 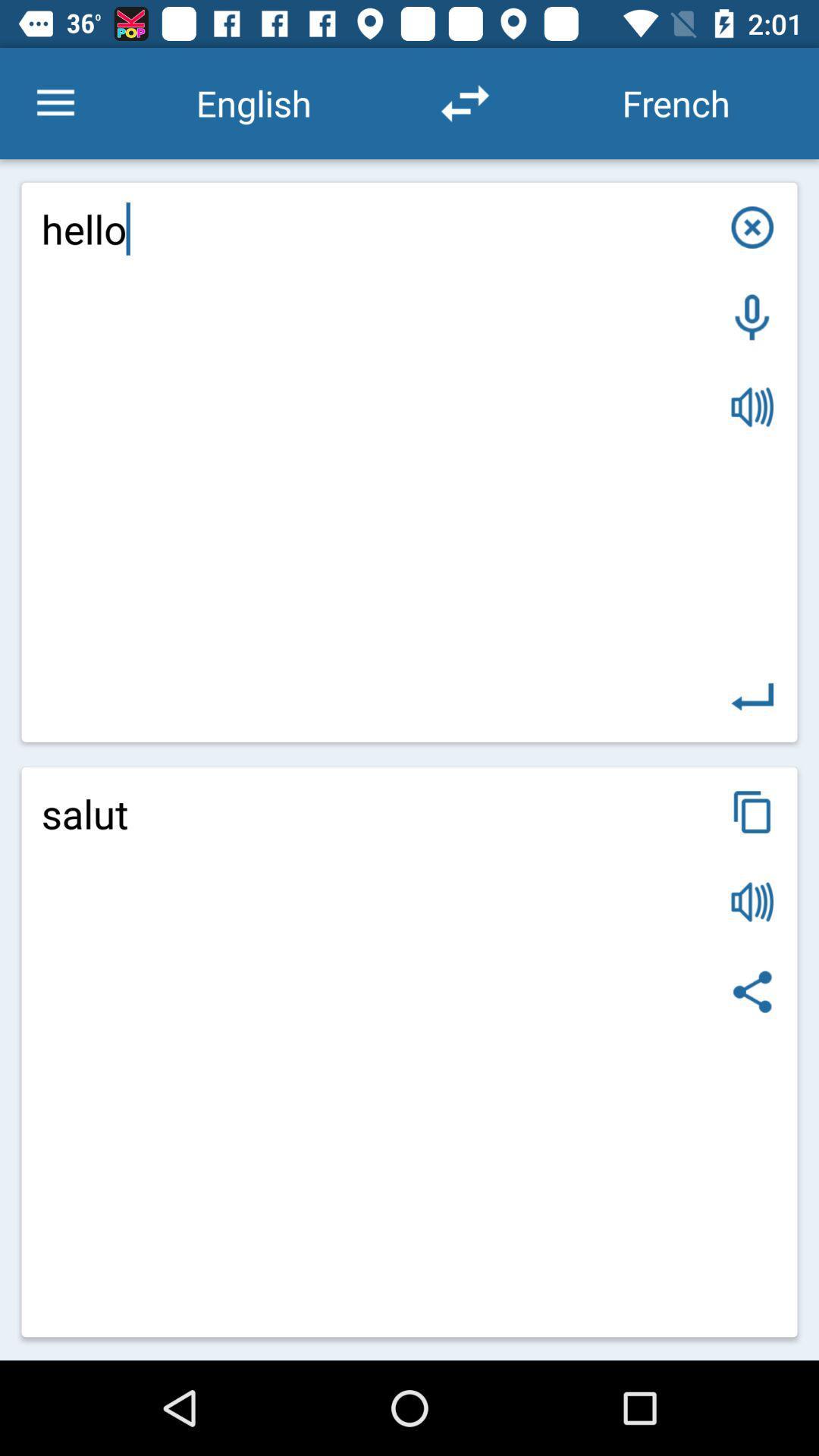 What do you see at coordinates (752, 811) in the screenshot?
I see `icon below the hello item` at bounding box center [752, 811].